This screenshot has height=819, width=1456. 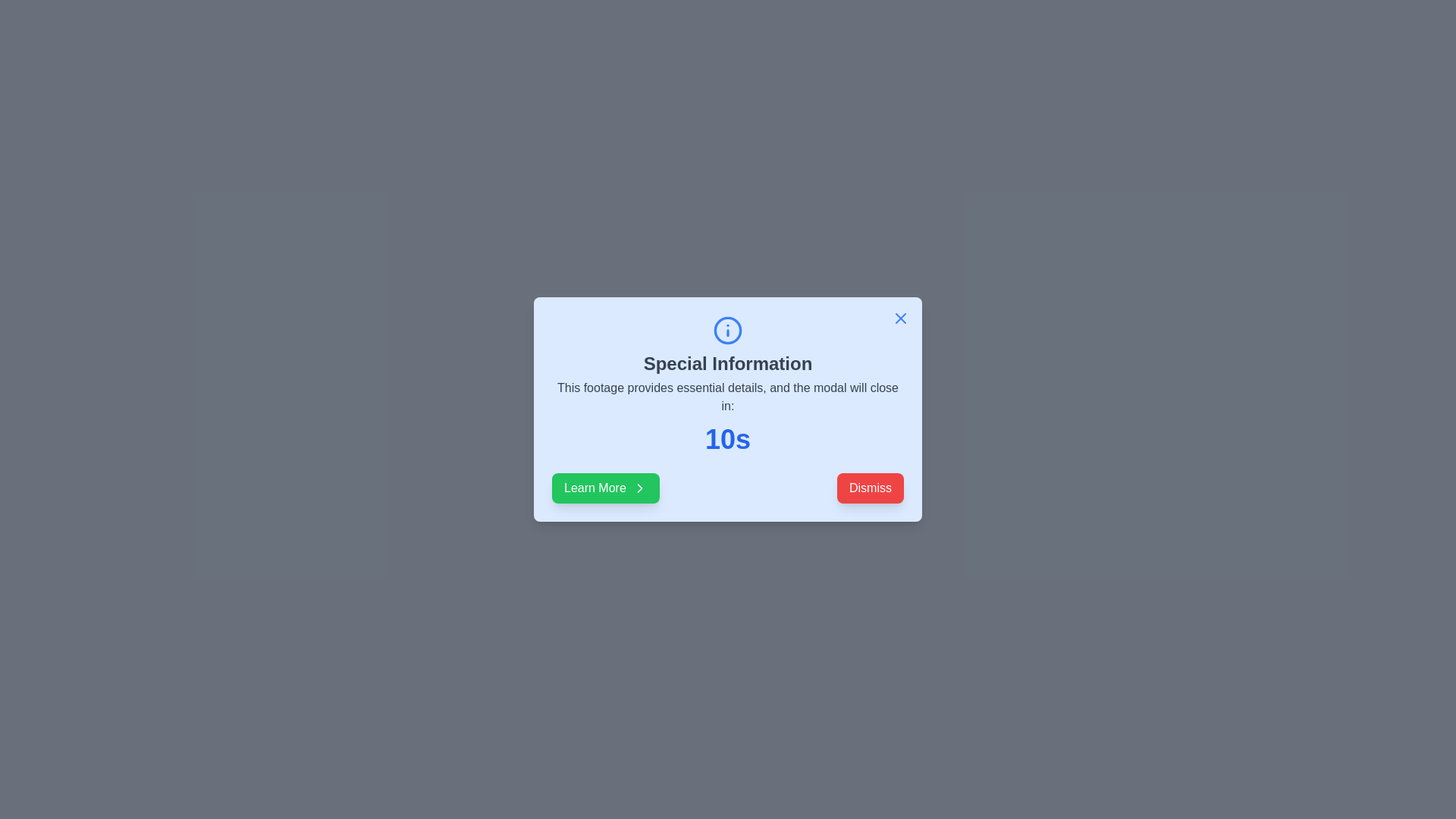 What do you see at coordinates (728, 363) in the screenshot?
I see `the bolded text label reading 'Special Information' located in the upper-middle section of the modal dialog, directly beneath the information icon` at bounding box center [728, 363].